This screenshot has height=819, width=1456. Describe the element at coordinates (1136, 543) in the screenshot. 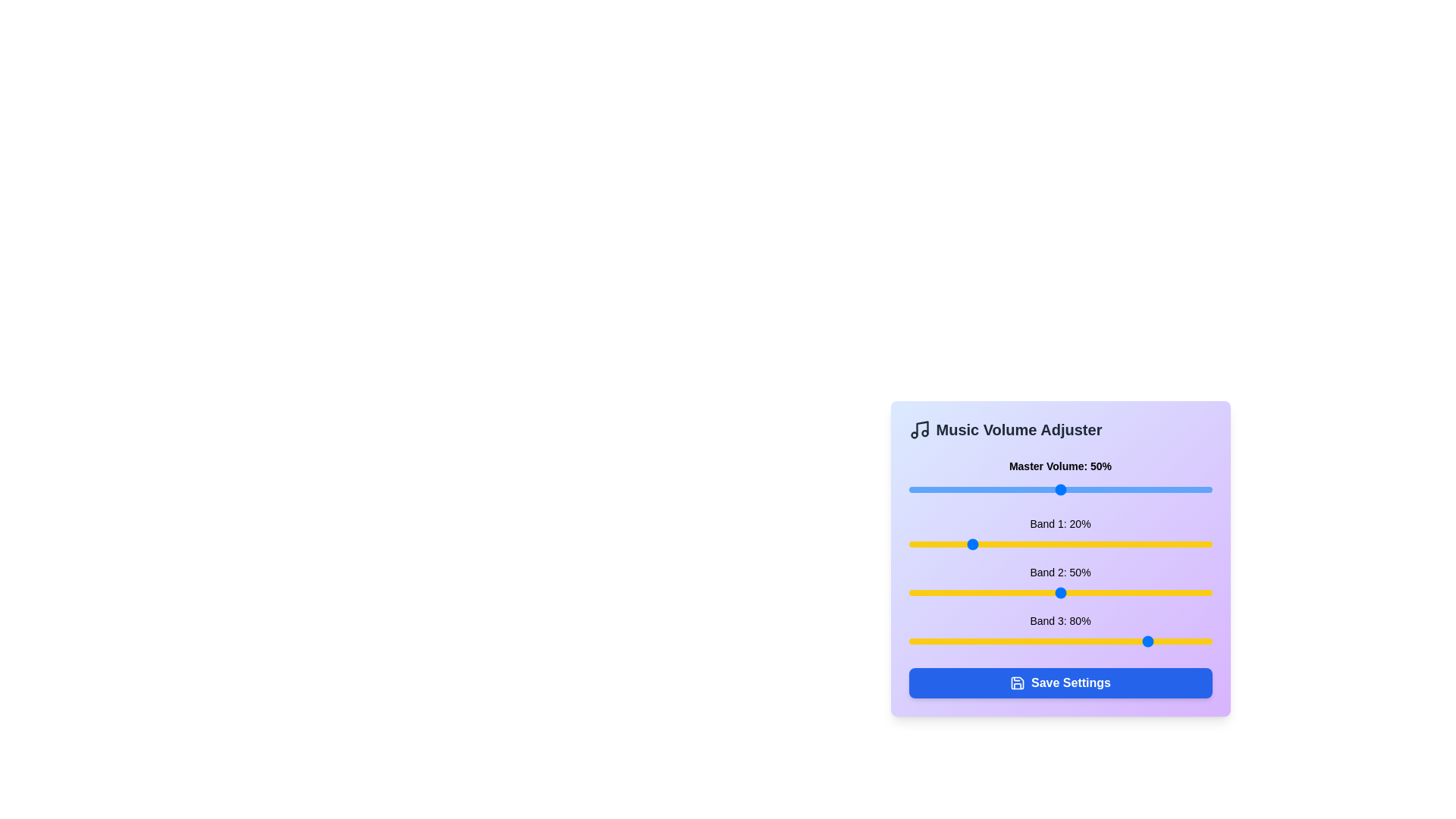

I see `Band 1` at that location.